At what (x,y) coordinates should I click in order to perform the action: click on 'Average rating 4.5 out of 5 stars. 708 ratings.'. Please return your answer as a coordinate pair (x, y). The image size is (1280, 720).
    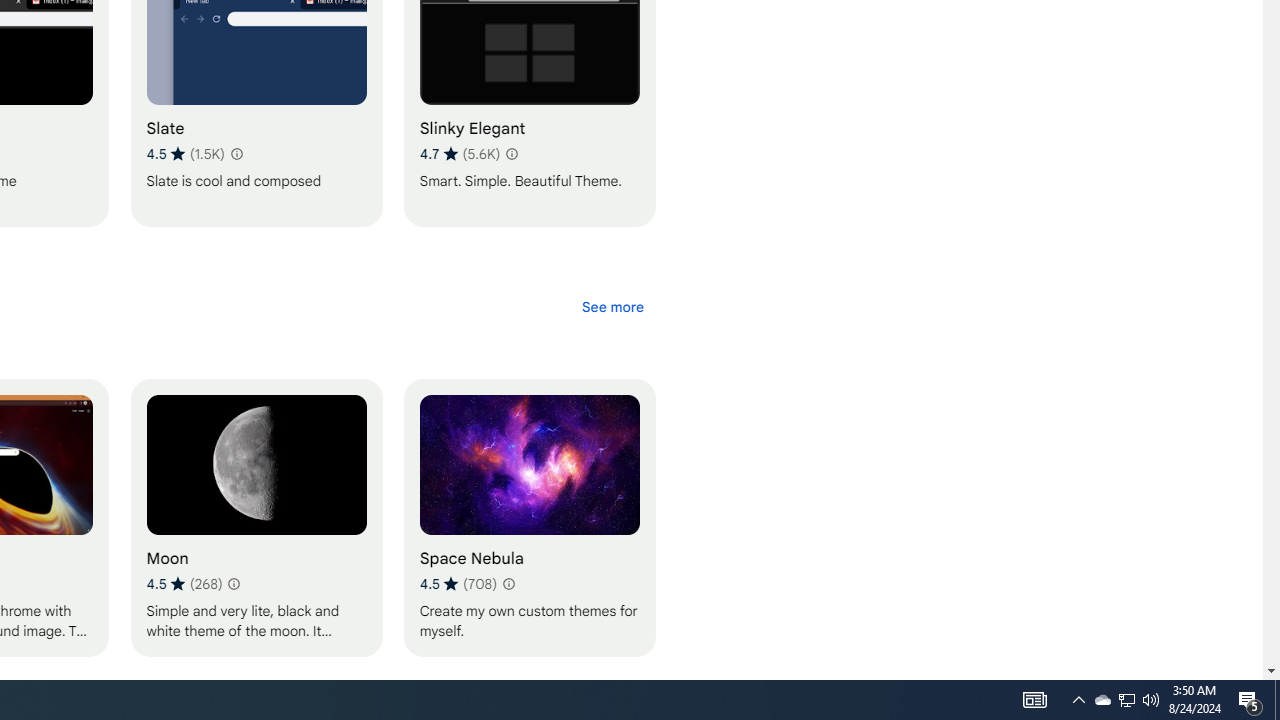
    Looking at the image, I should click on (456, 583).